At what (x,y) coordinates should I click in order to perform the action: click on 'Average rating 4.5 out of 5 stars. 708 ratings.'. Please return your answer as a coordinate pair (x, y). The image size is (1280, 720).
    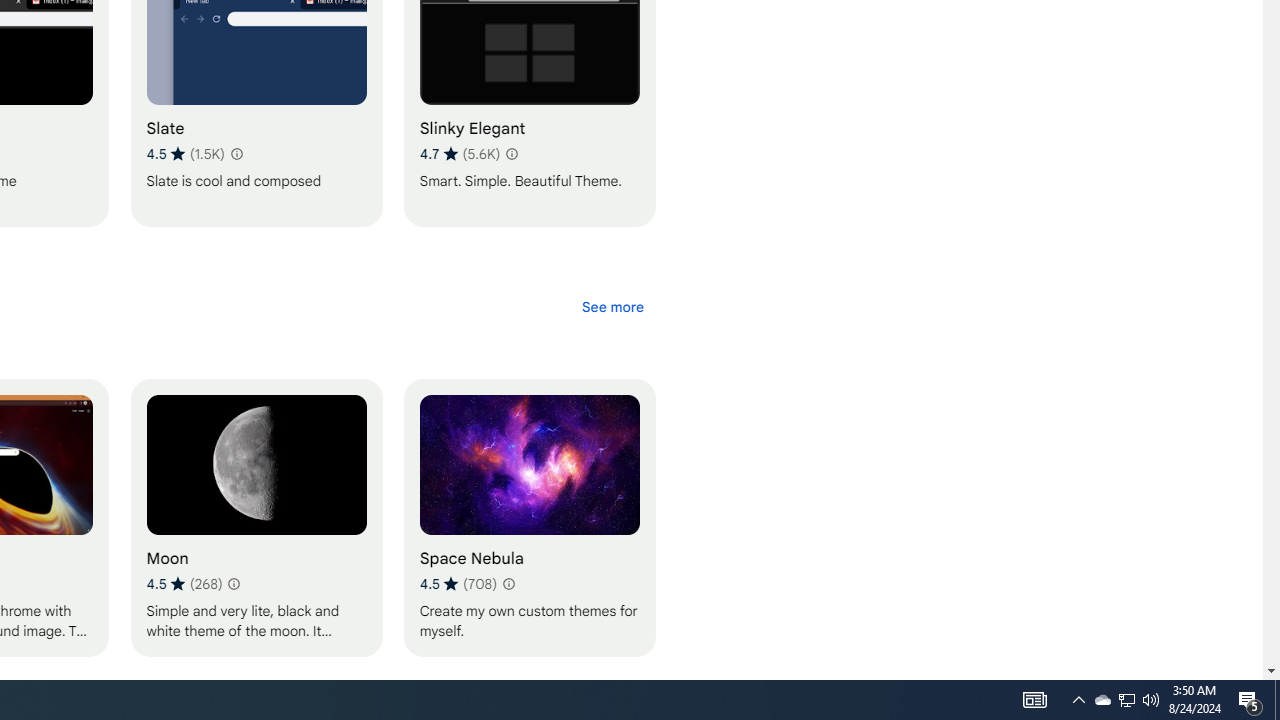
    Looking at the image, I should click on (456, 583).